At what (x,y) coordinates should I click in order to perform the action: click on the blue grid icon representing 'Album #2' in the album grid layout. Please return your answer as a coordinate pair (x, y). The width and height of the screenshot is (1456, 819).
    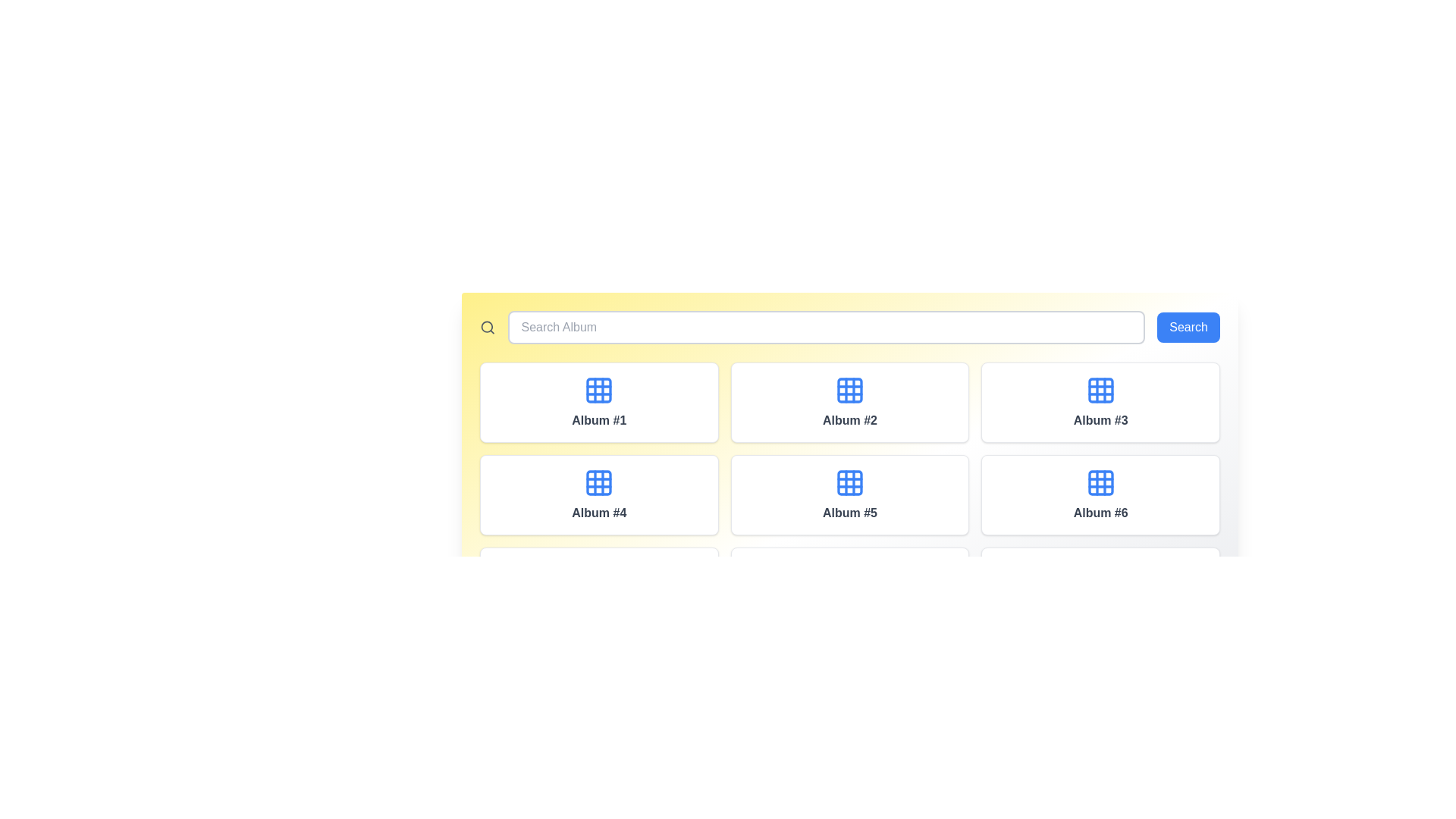
    Looking at the image, I should click on (849, 390).